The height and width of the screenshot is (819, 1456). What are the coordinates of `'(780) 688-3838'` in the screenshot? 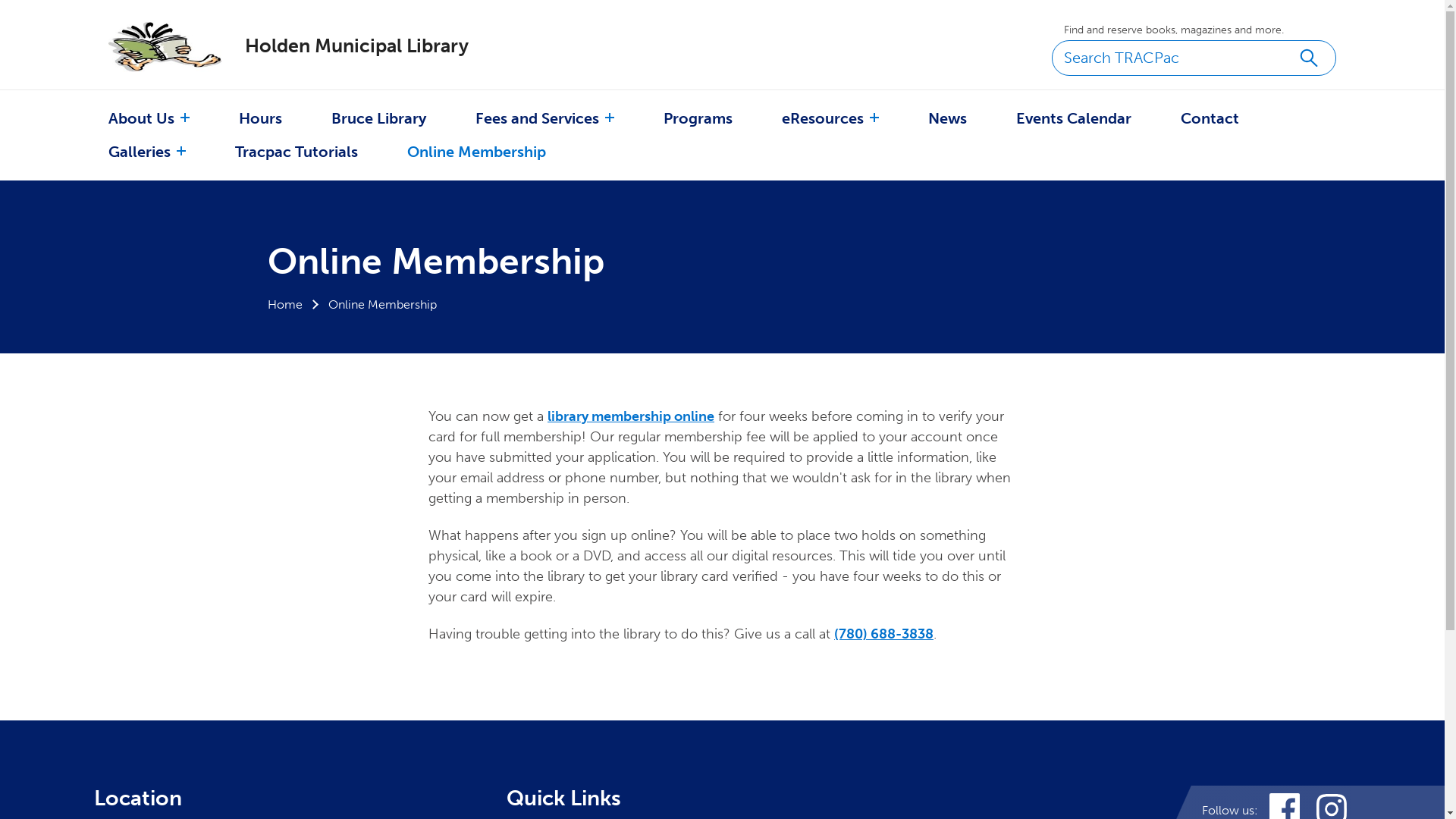 It's located at (883, 634).